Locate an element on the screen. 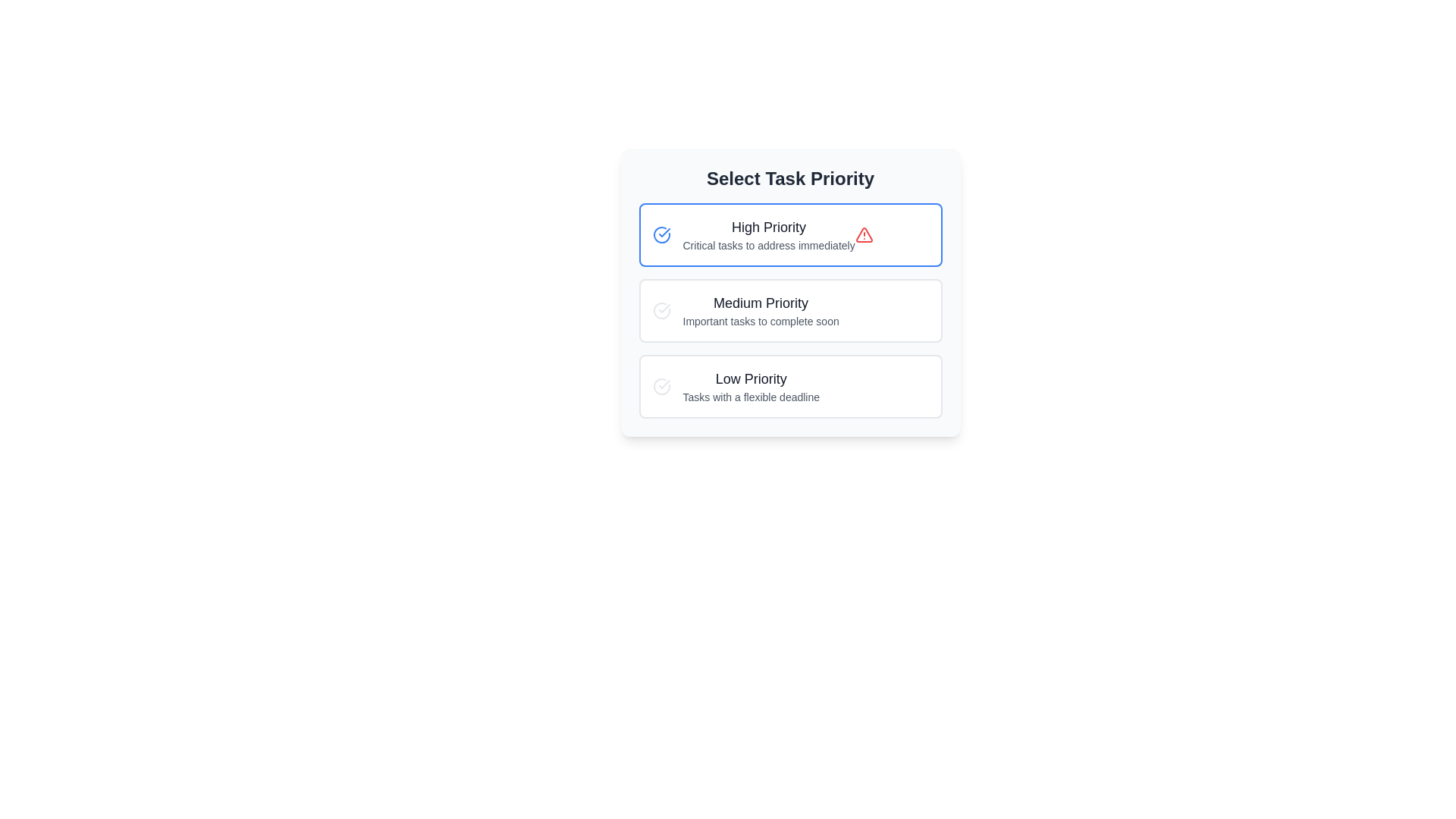  the descriptive Text label located below the 'High Priority' heading in the task selection interface is located at coordinates (769, 245).